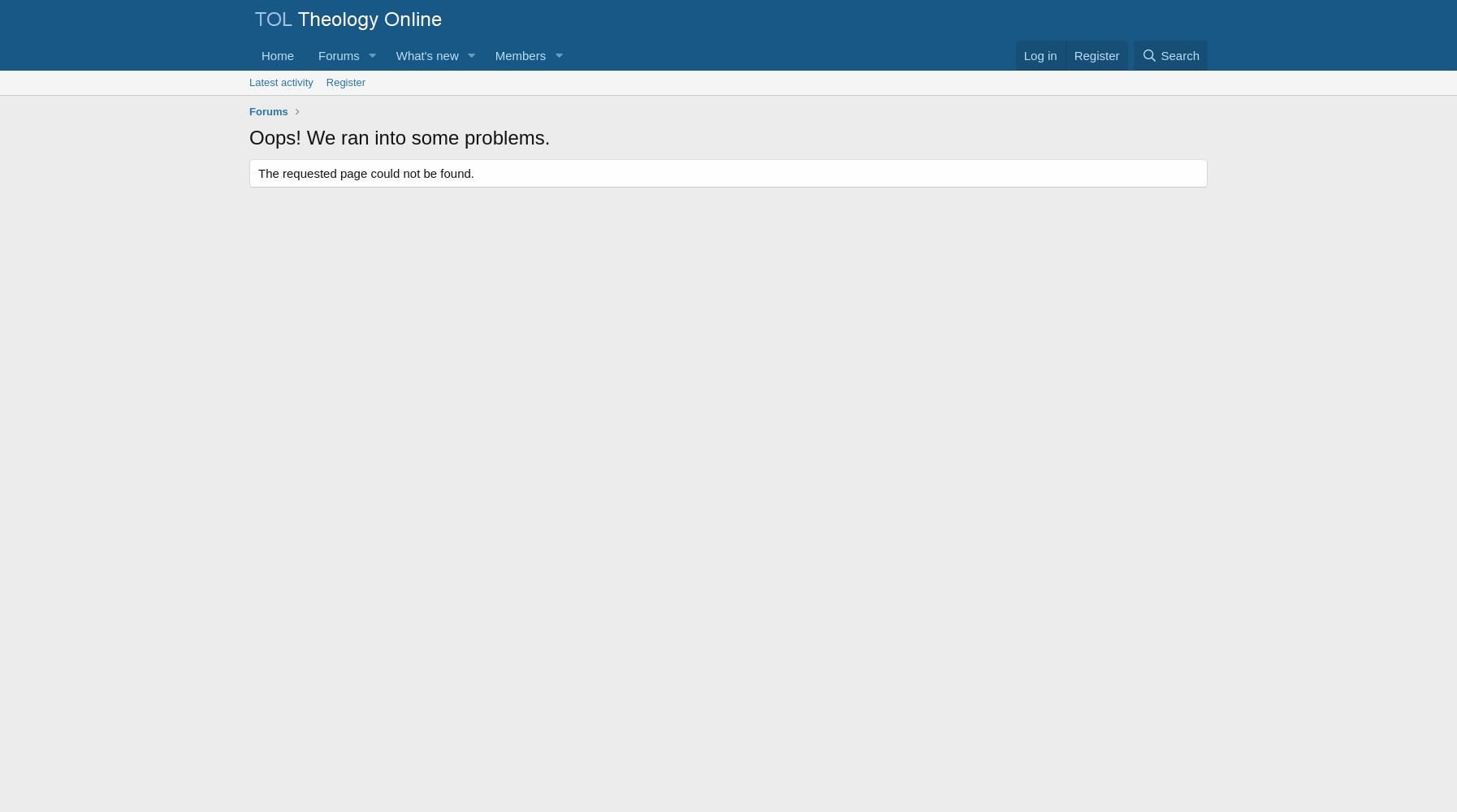 The width and height of the screenshot is (1457, 812). What do you see at coordinates (426, 54) in the screenshot?
I see `'What's new'` at bounding box center [426, 54].